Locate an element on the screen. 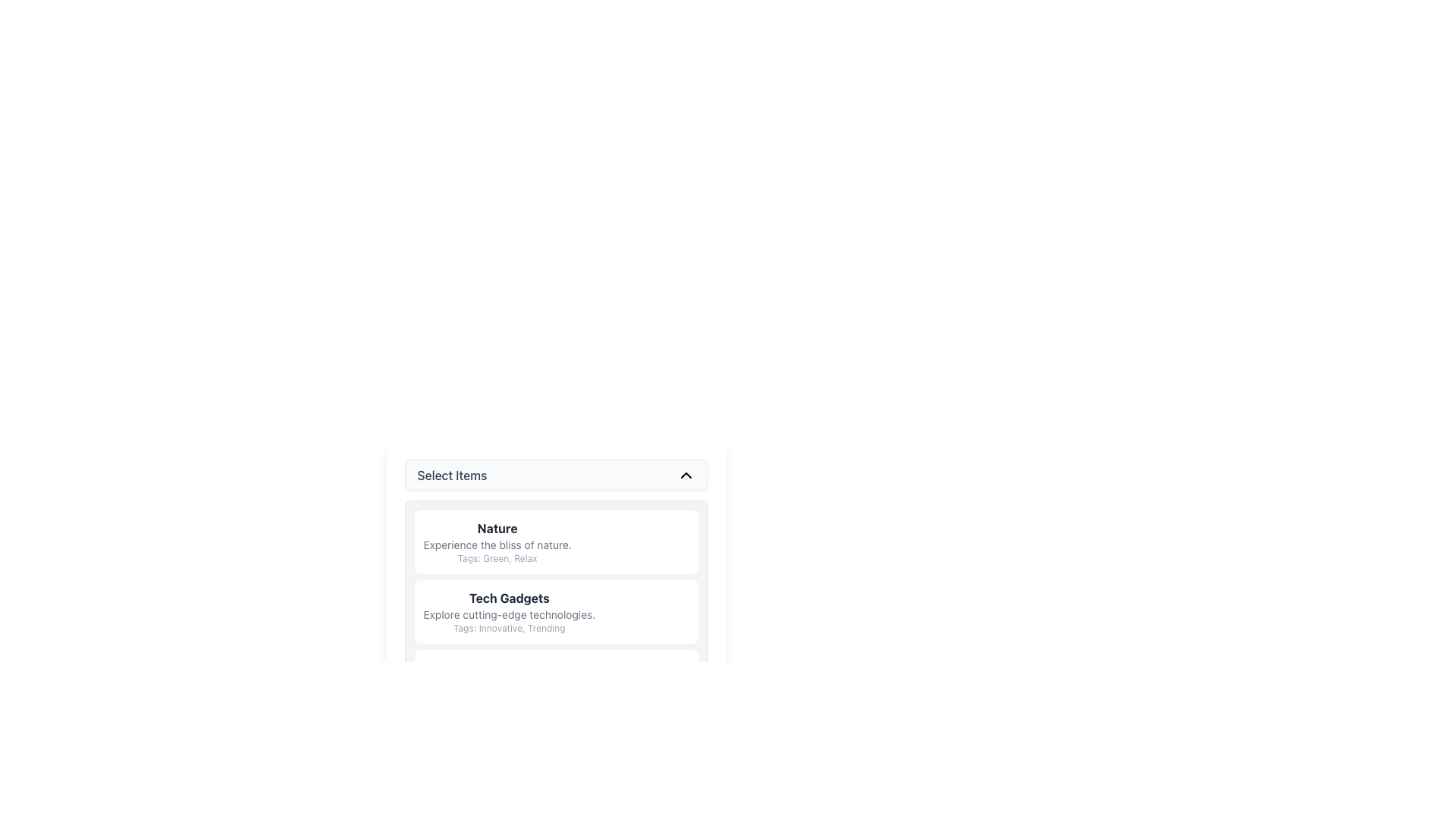 The height and width of the screenshot is (819, 1456). the informational text label located at the bottom of the 'Nature' section, which provides descriptive tags or keywords associated with this section is located at coordinates (497, 558).